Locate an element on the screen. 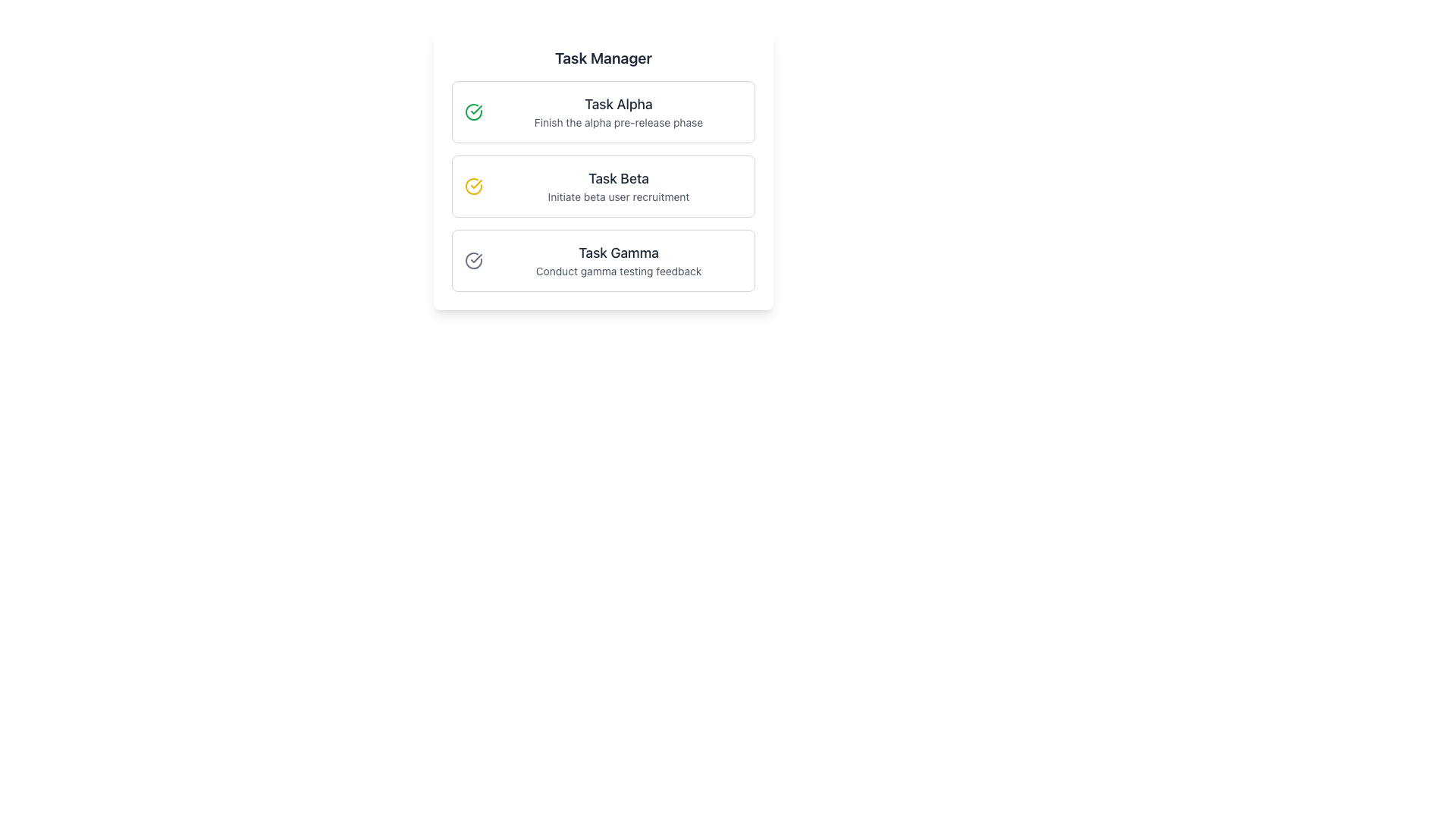  the task details by clicking on the third task card titled 'Task Gamma' in the task list is located at coordinates (603, 259).